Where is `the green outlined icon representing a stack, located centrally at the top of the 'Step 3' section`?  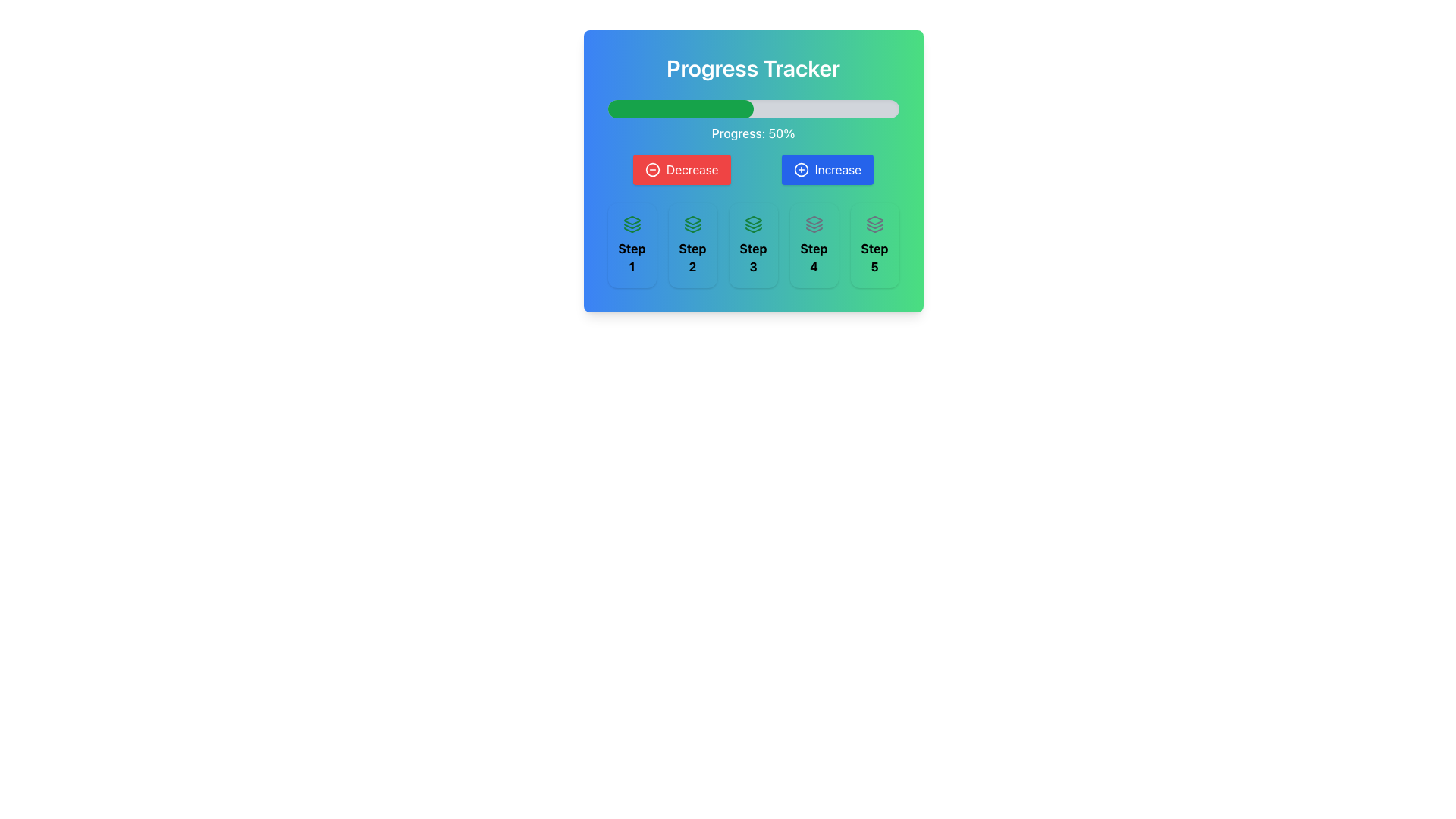
the green outlined icon representing a stack, located centrally at the top of the 'Step 3' section is located at coordinates (753, 224).